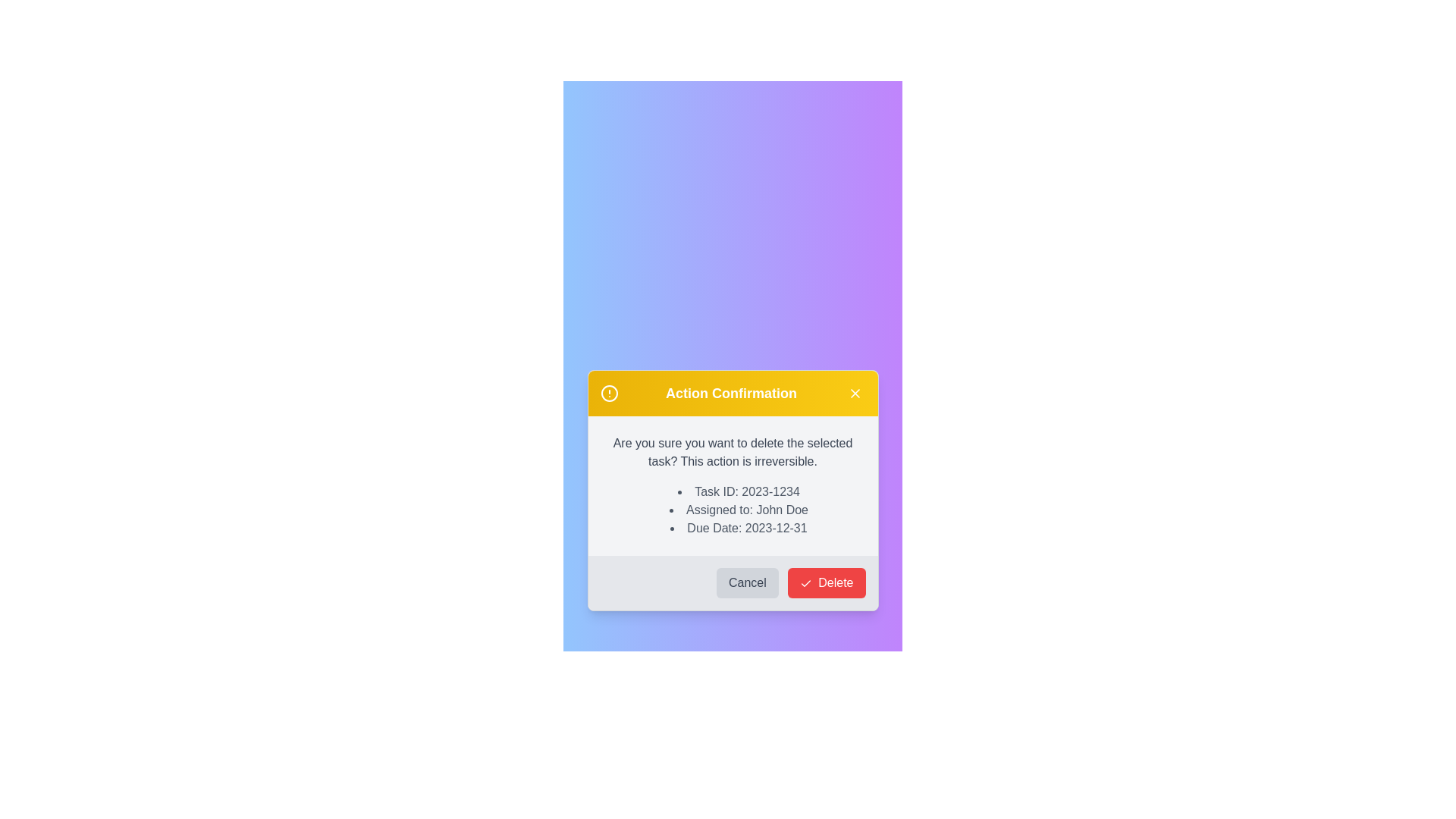 The width and height of the screenshot is (1456, 819). What do you see at coordinates (747, 582) in the screenshot?
I see `the cancel button located at the bottom left of the modal dialog box, which closes the dialog without applying changes` at bounding box center [747, 582].